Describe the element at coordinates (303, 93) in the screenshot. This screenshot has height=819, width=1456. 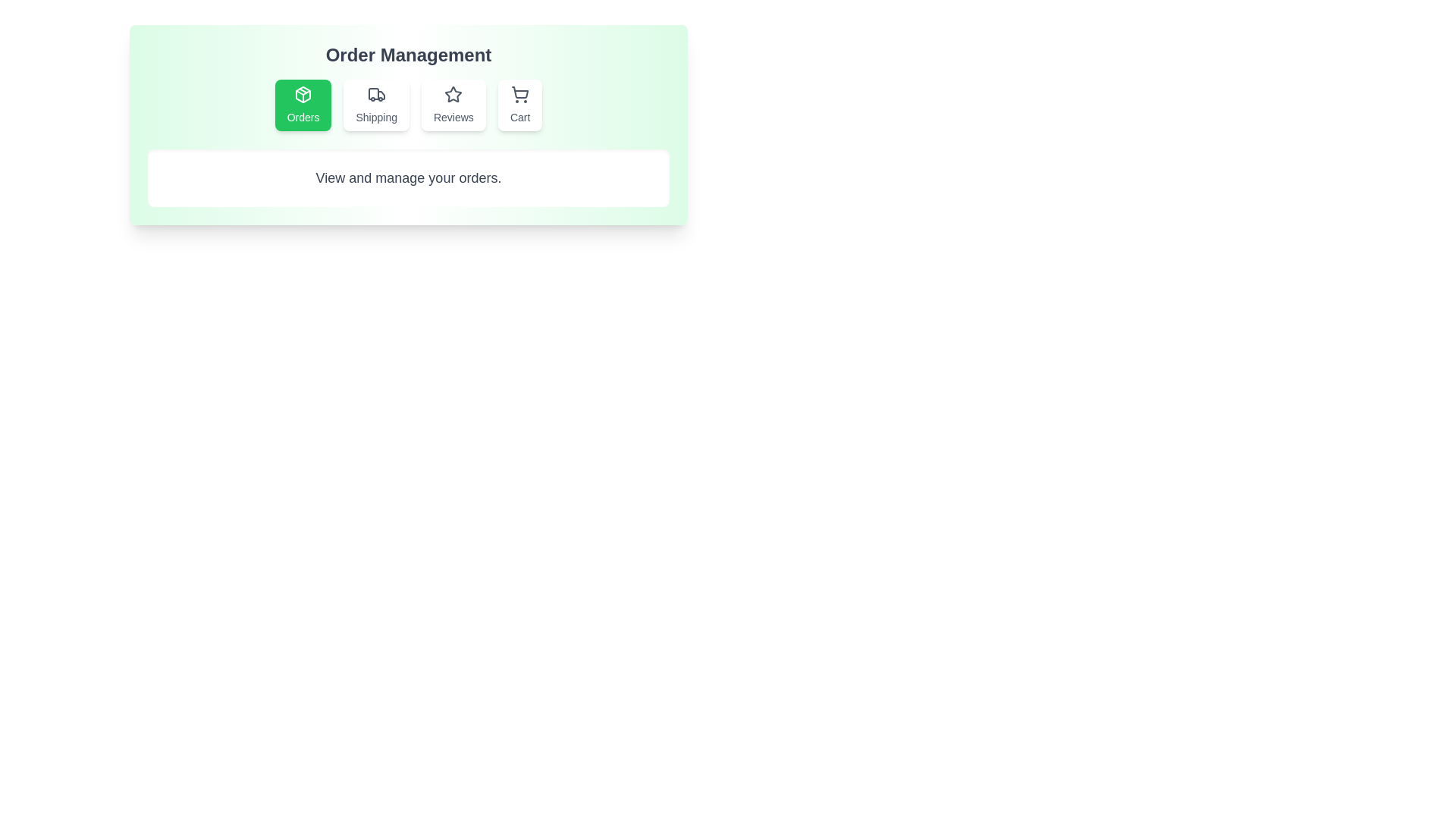
I see `the triangular graphical icon within the 'Orders' button, which is part of an SVG graphic located at the top left of the interface` at that location.